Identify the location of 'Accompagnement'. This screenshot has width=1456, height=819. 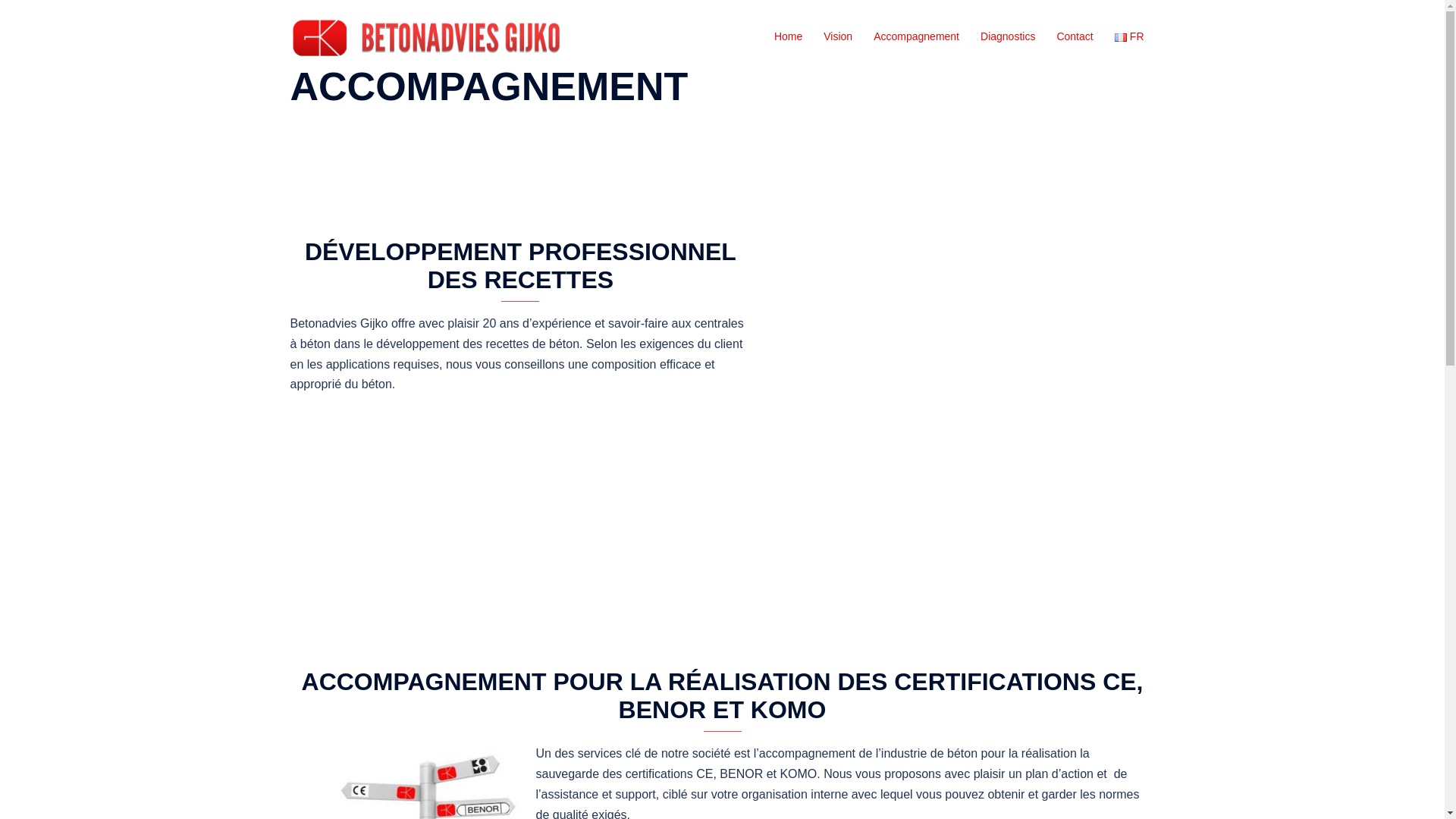
(915, 36).